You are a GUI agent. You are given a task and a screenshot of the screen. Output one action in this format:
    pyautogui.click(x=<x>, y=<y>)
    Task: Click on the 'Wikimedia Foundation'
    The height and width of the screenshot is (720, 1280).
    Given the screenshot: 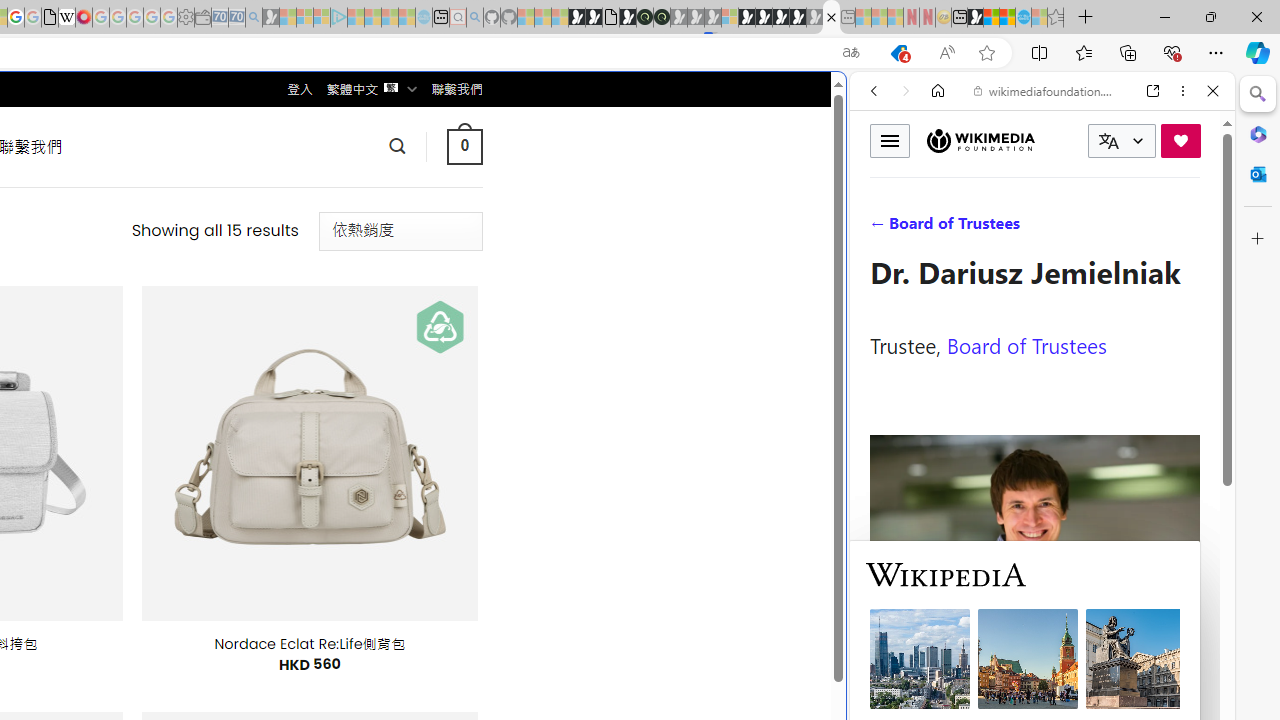 What is the action you would take?
    pyautogui.click(x=980, y=140)
    